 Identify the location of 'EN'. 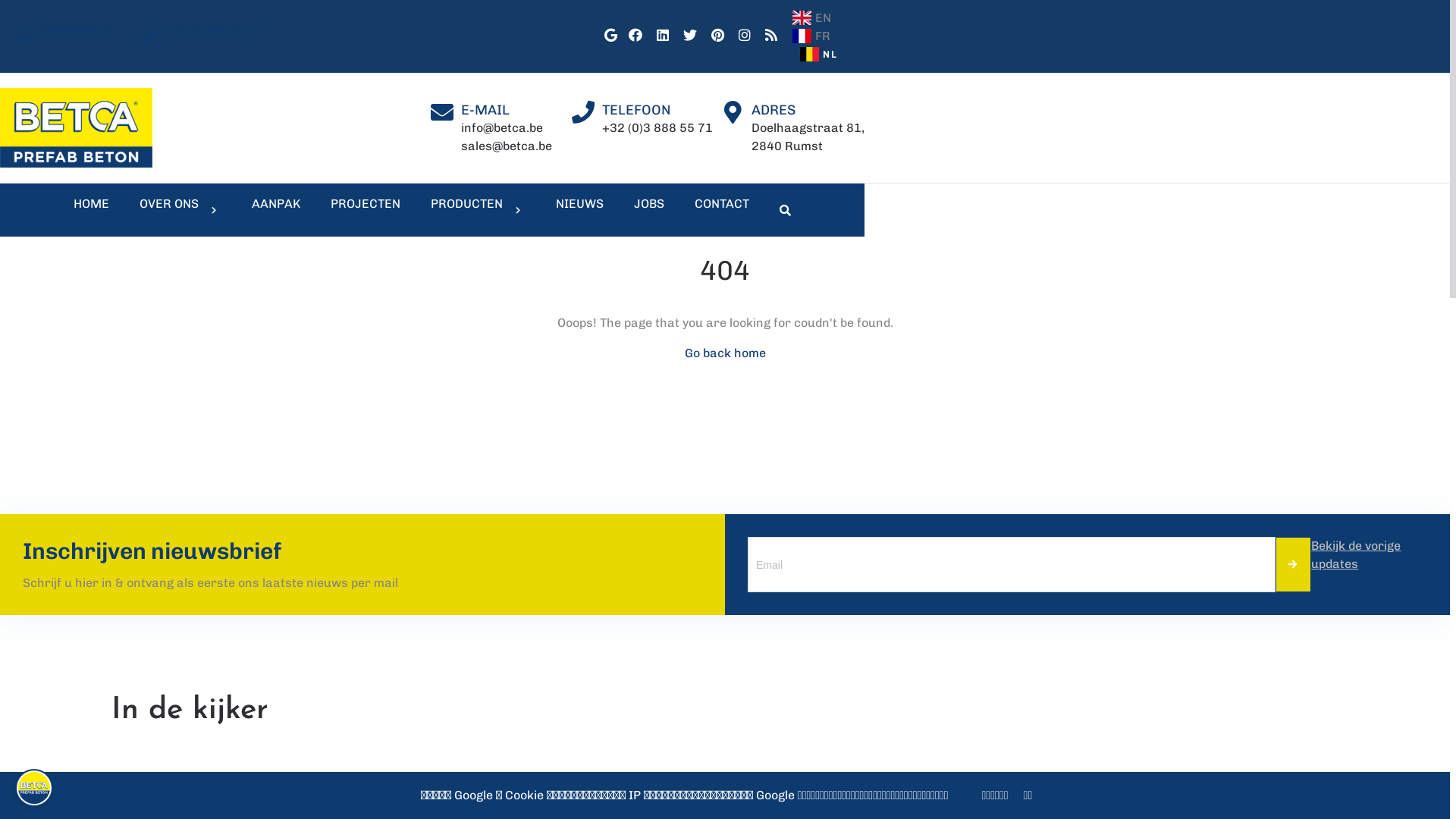
(818, 17).